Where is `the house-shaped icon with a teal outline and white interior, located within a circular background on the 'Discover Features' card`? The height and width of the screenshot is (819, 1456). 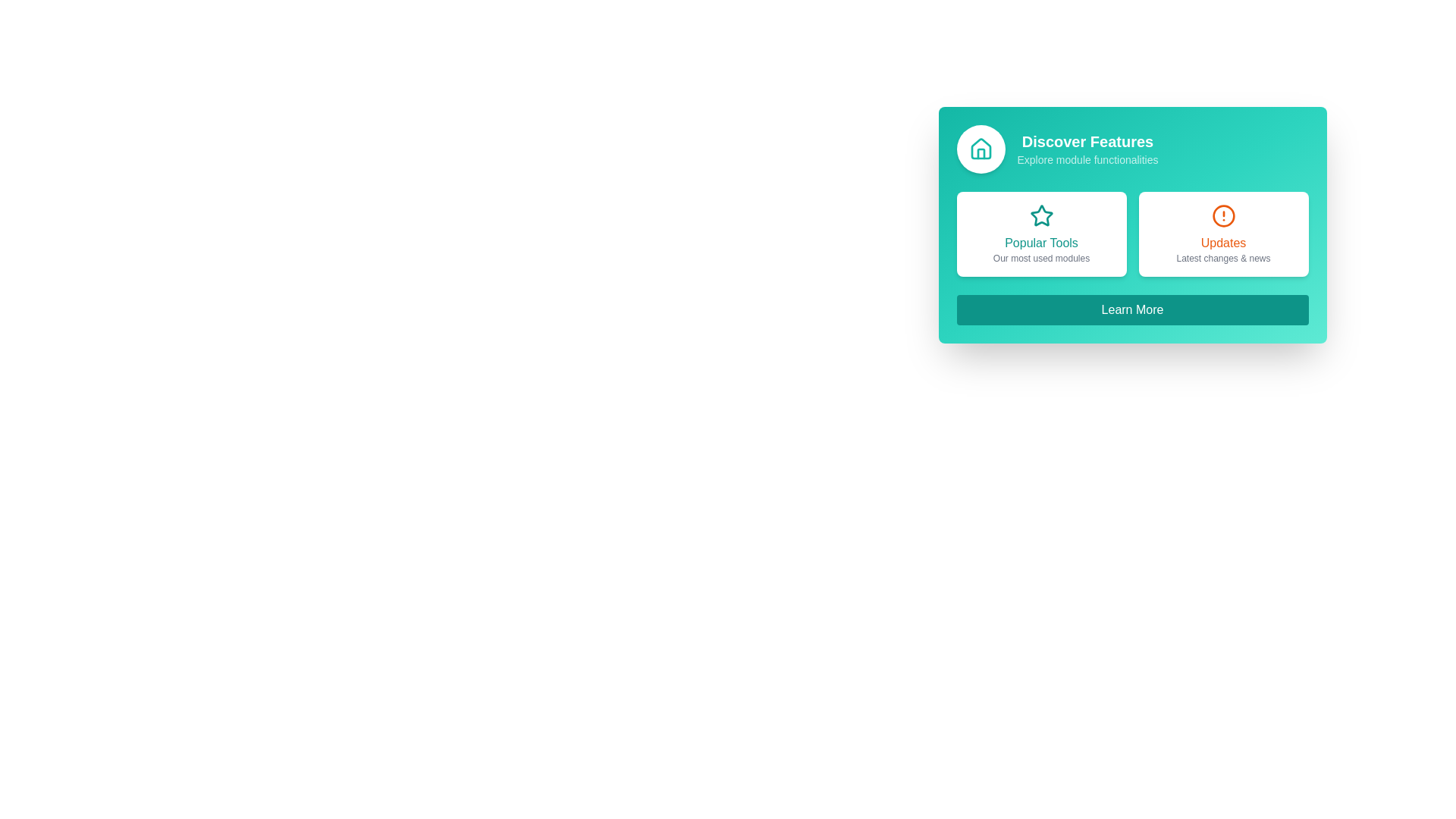 the house-shaped icon with a teal outline and white interior, located within a circular background on the 'Discover Features' card is located at coordinates (981, 149).